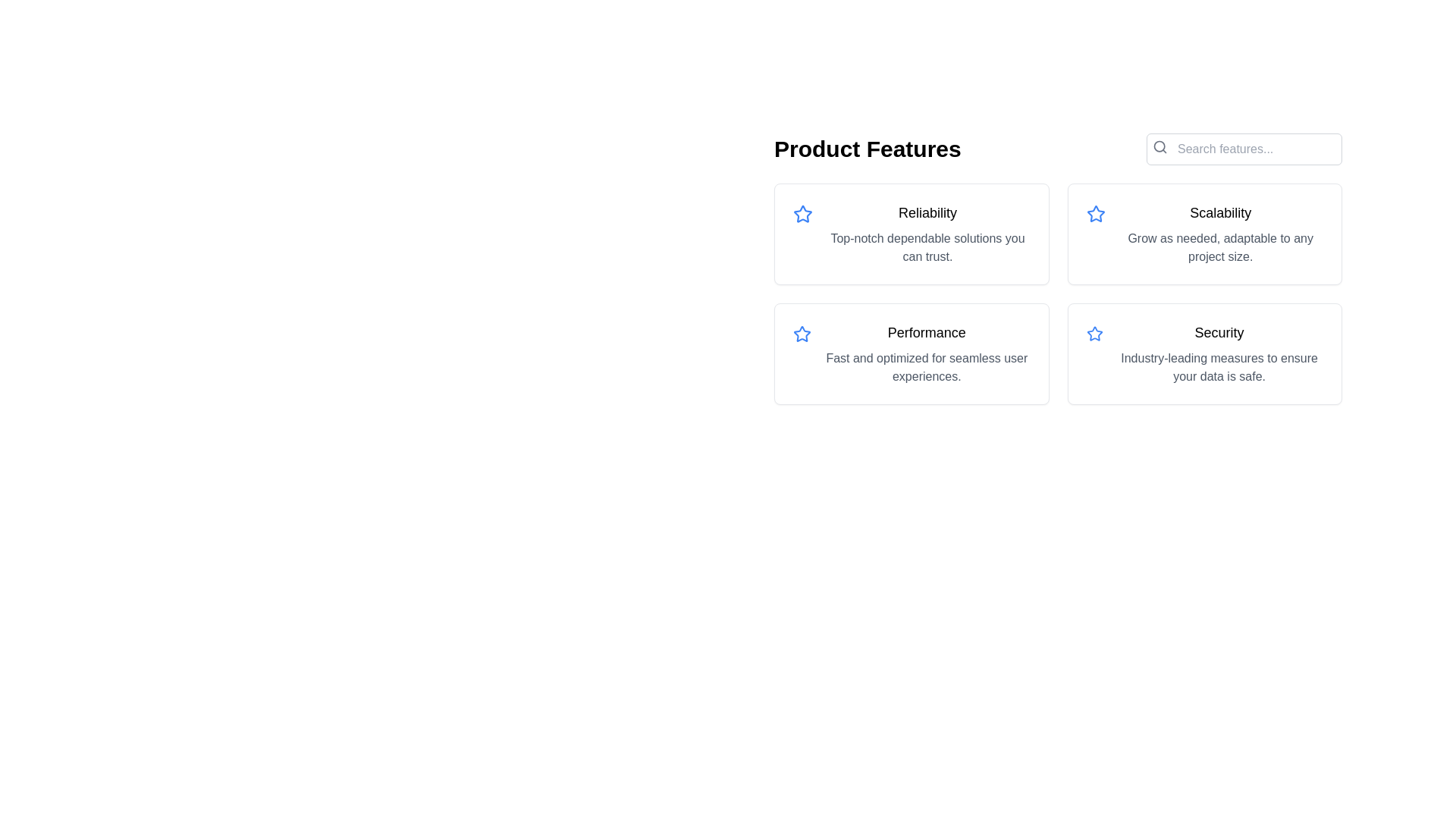 The image size is (1456, 819). Describe the element at coordinates (1159, 146) in the screenshot. I see `the circular lens element of the search icon located in the top-right corner of the search bar input area` at that location.